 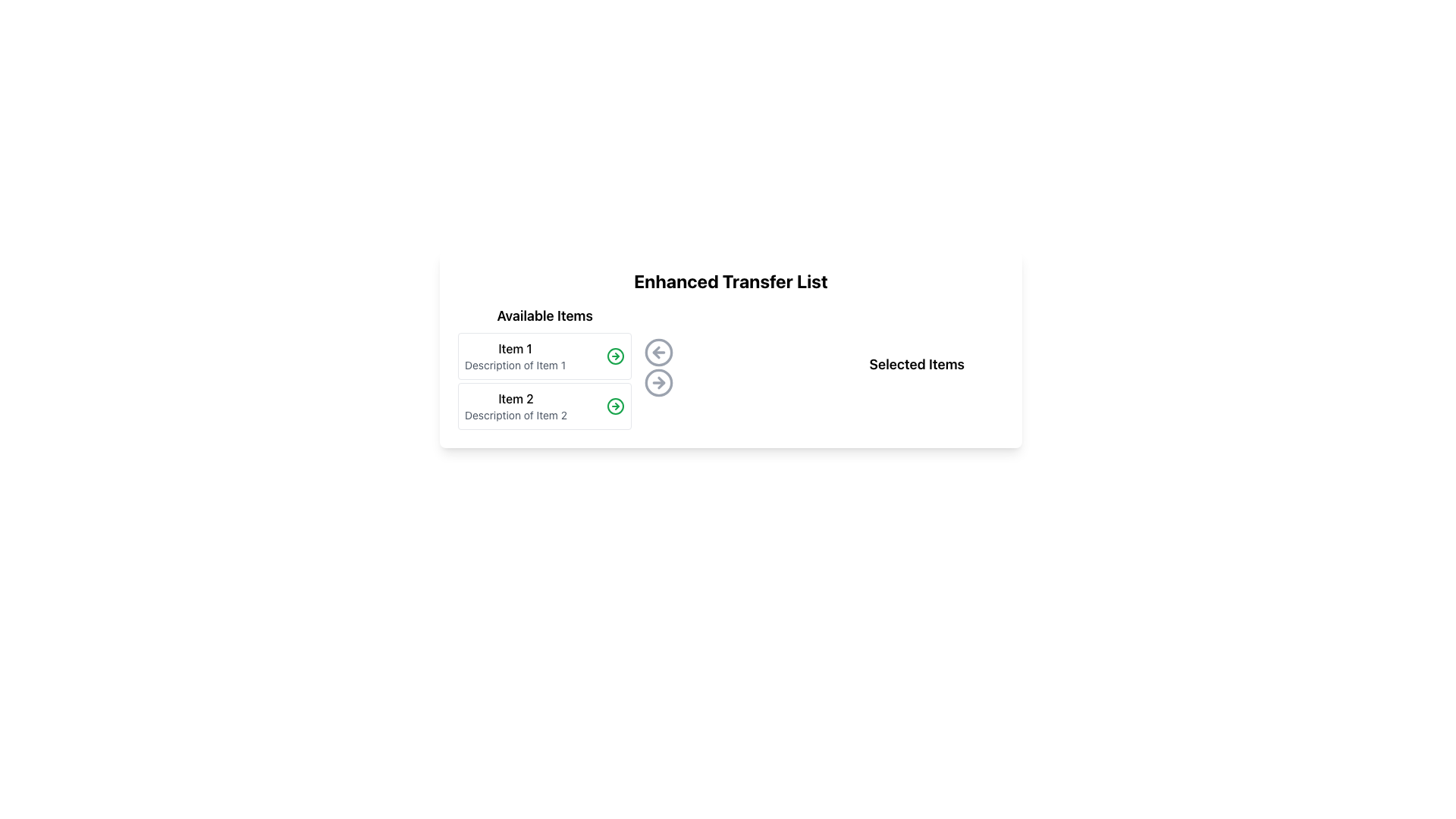 I want to click on the circular border element with a light gray border that features a left-pointing arrow, located below the heading 'Enhanced Transfer List', so click(x=659, y=353).